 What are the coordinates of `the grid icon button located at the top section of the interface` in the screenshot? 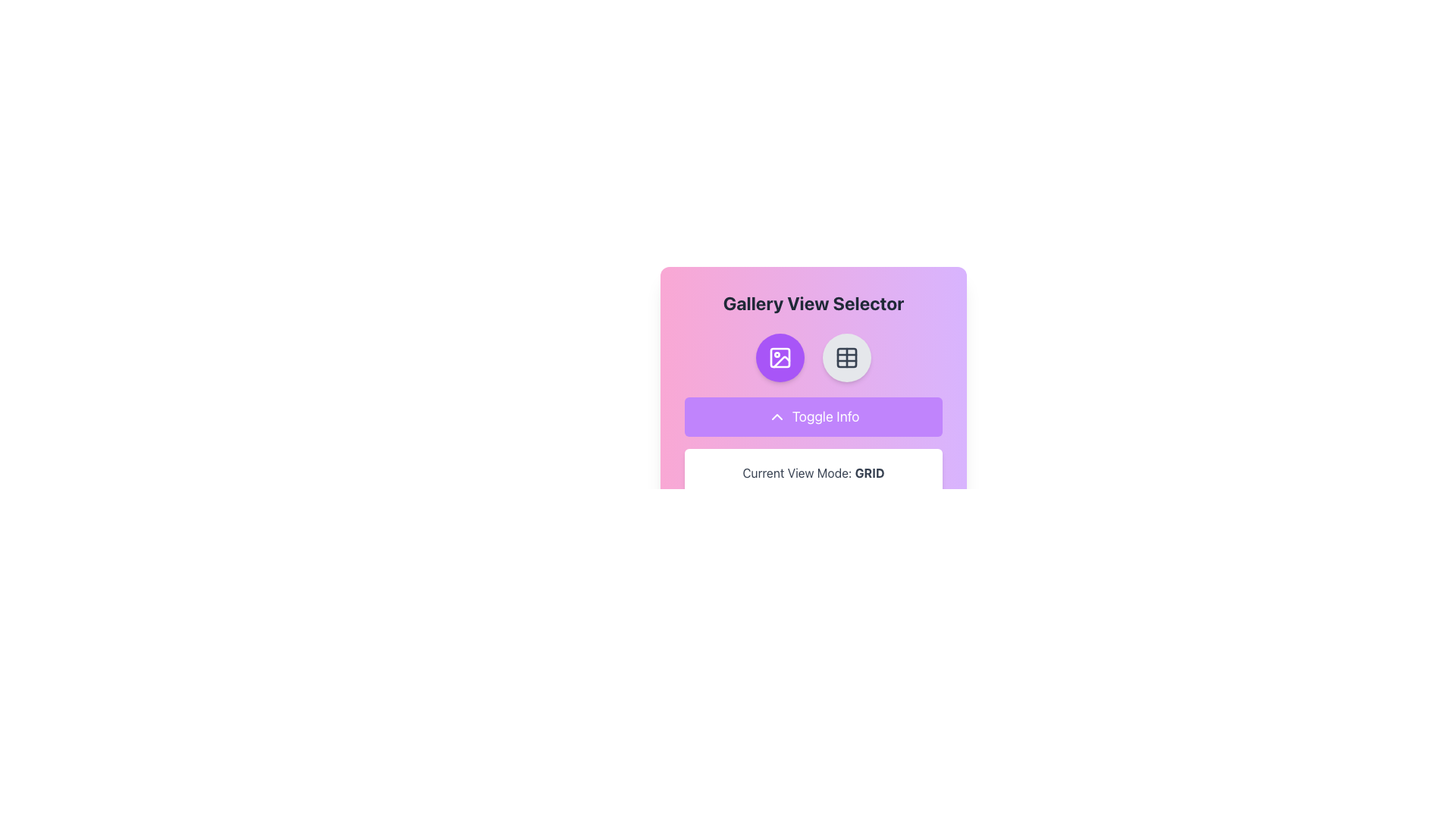 It's located at (846, 357).